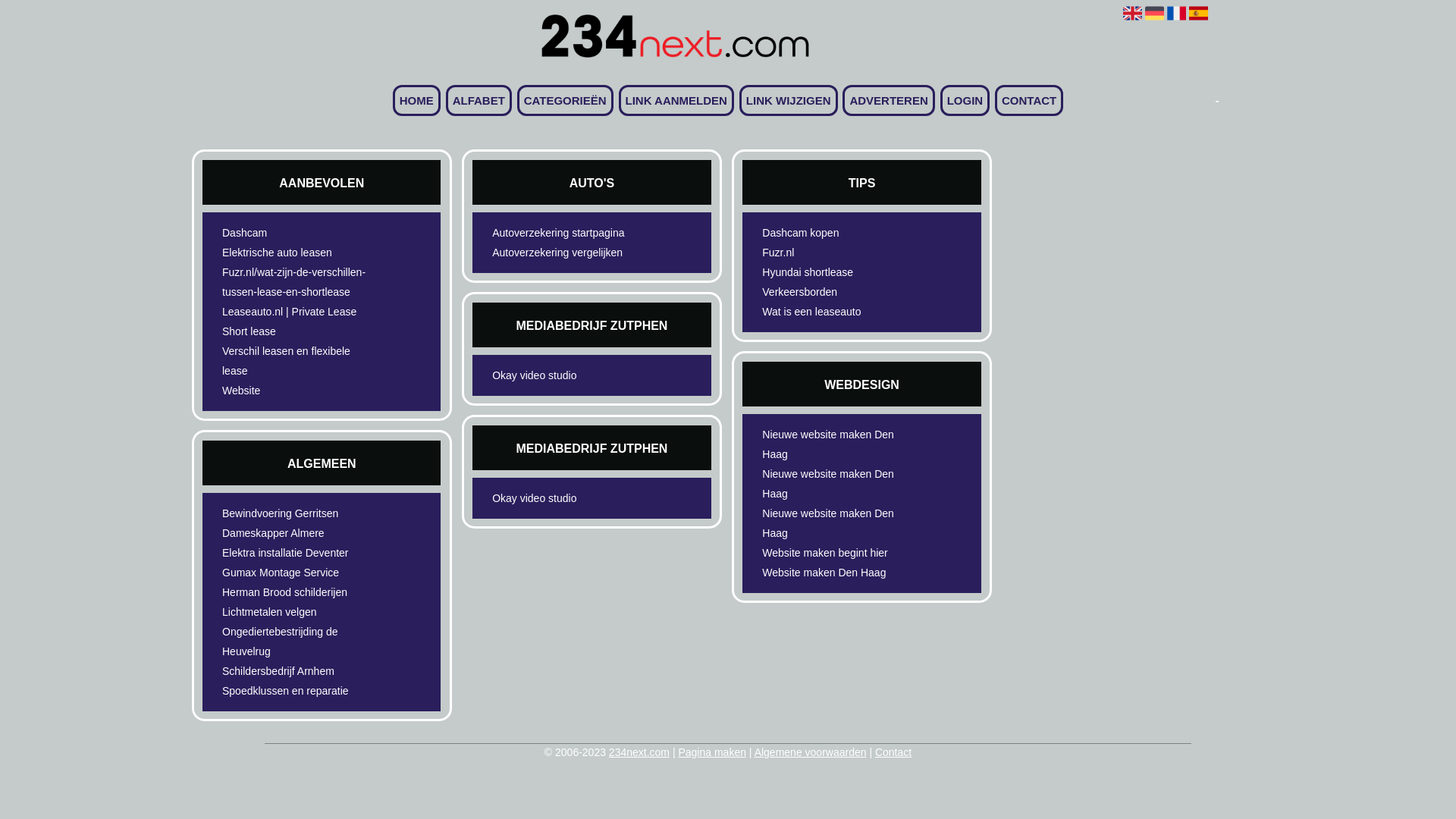 This screenshot has height=819, width=1456. What do you see at coordinates (295, 330) in the screenshot?
I see `'Short lease'` at bounding box center [295, 330].